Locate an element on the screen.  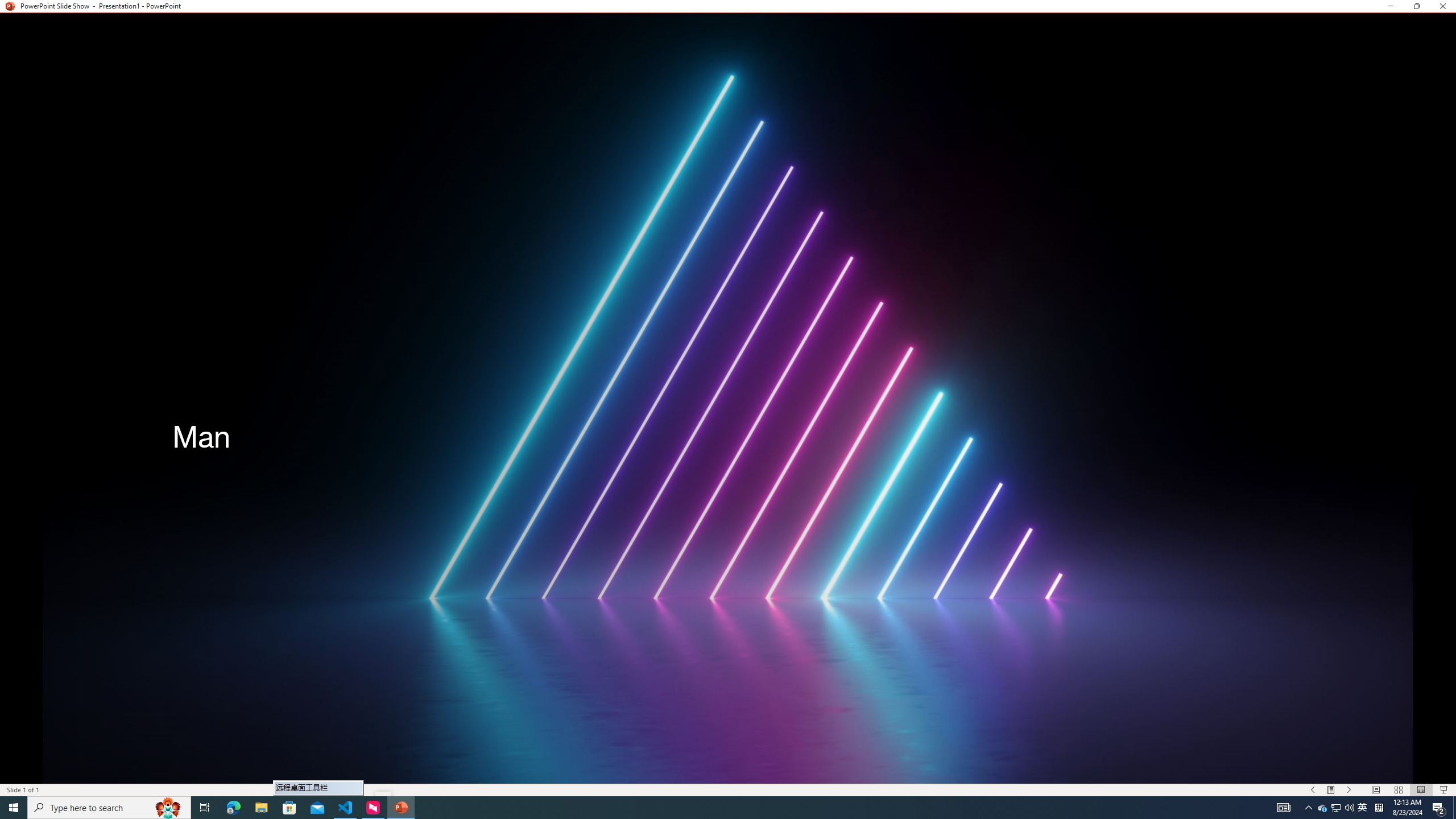
'Menu On' is located at coordinates (1331, 790).